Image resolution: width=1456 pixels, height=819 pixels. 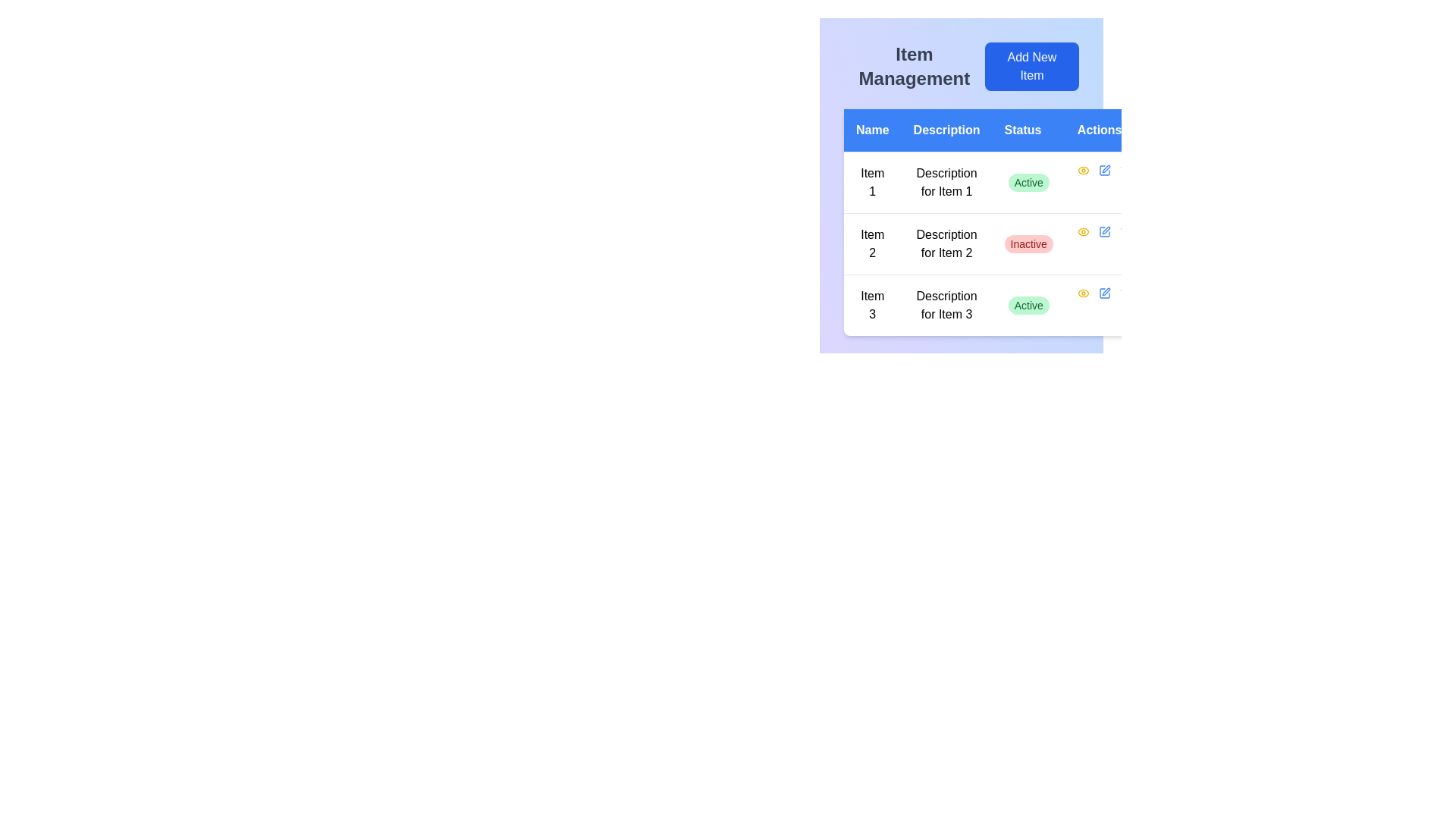 What do you see at coordinates (872, 130) in the screenshot?
I see `the Text Label displaying 'Name' in white on a blue background, which is located in the top-left corner of a horizontal list of labels` at bounding box center [872, 130].